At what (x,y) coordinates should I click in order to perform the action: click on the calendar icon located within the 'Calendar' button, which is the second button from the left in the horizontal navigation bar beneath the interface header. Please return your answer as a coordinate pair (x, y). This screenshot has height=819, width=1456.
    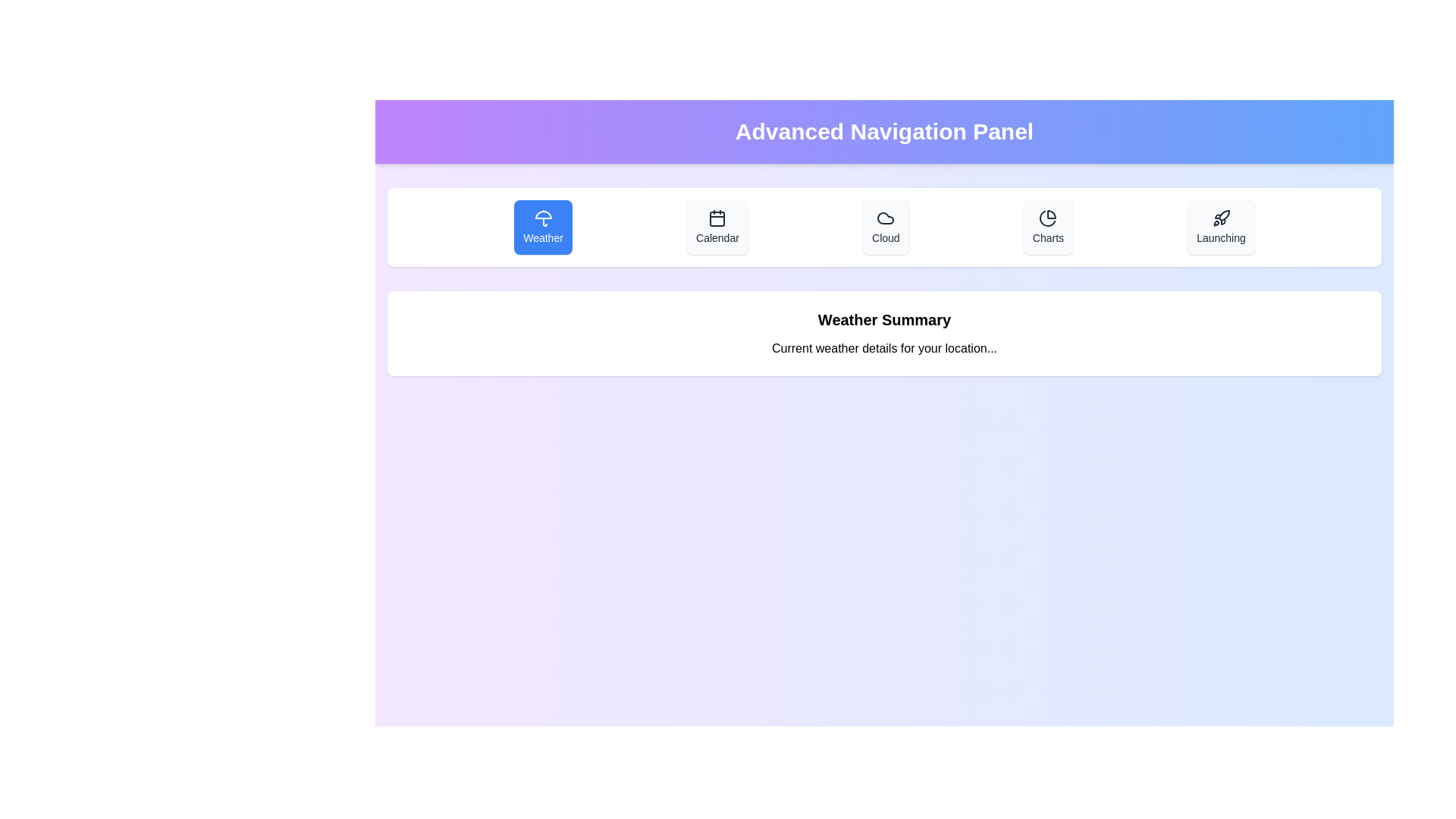
    Looking at the image, I should click on (717, 218).